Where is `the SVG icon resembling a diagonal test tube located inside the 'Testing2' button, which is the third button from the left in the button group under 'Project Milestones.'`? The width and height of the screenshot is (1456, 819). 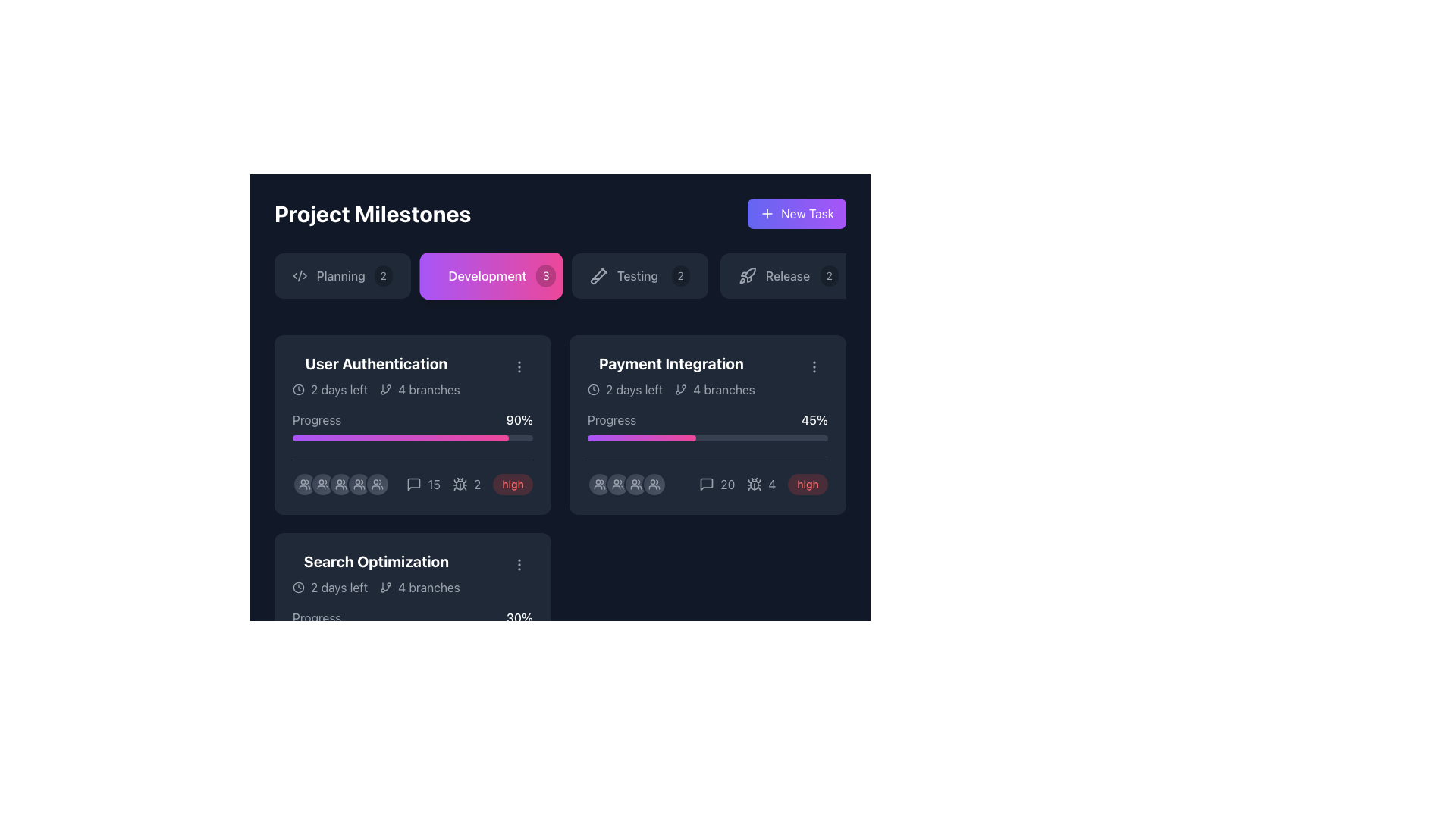 the SVG icon resembling a diagonal test tube located inside the 'Testing2' button, which is the third button from the left in the button group under 'Project Milestones.' is located at coordinates (598, 275).